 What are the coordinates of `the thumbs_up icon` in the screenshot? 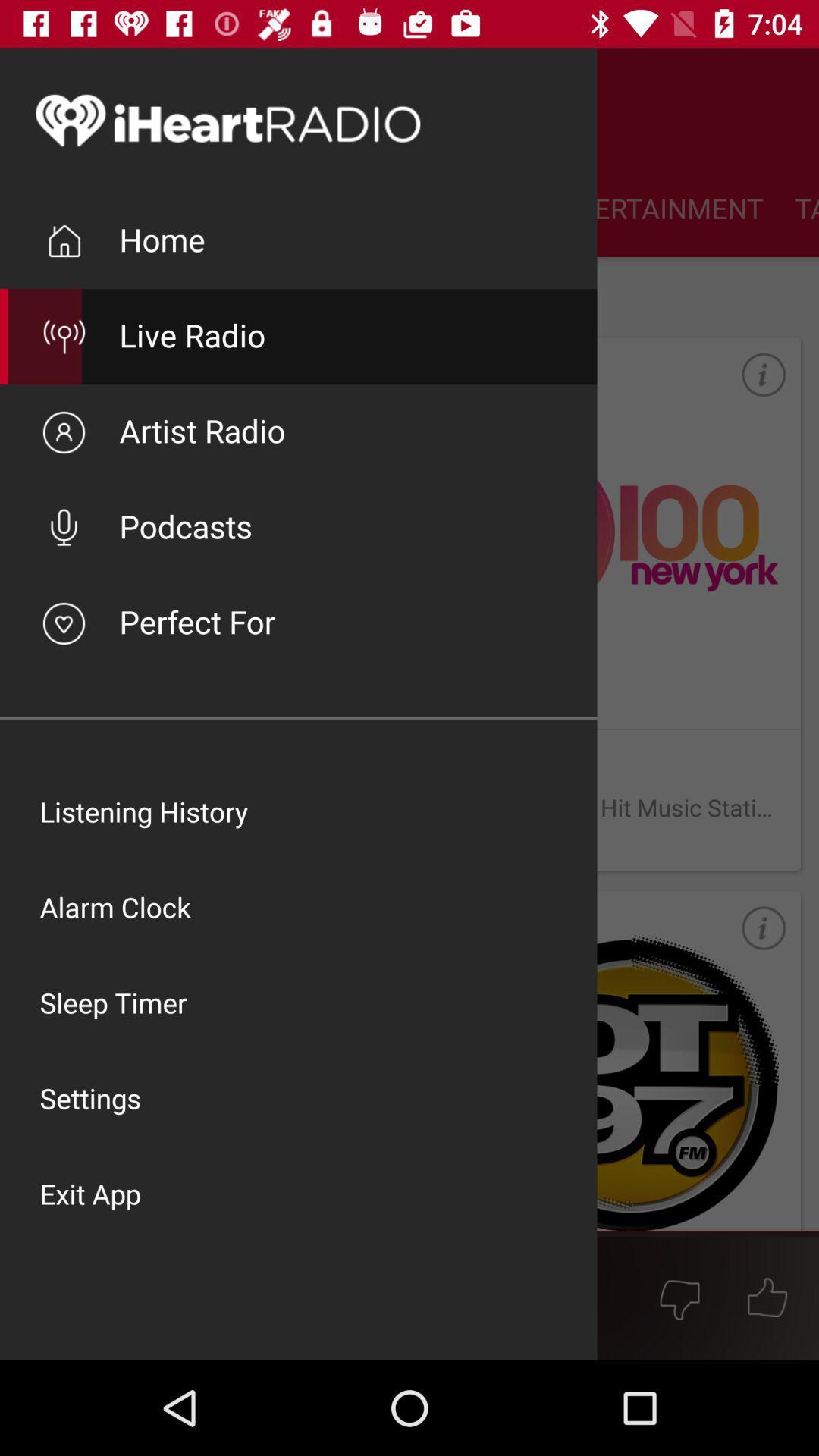 It's located at (767, 1298).